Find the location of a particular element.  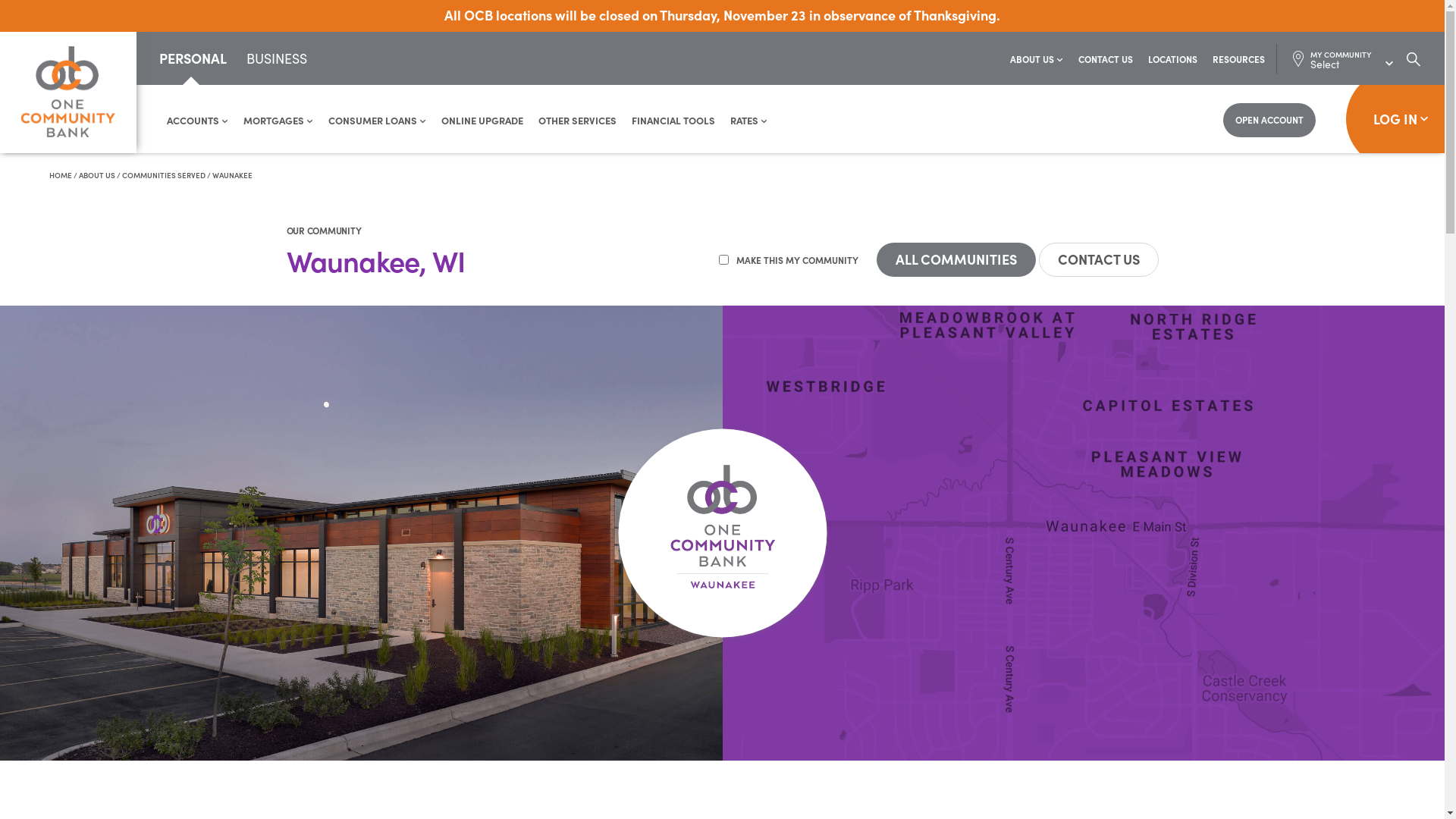

'CONTACT US' is located at coordinates (1106, 58).